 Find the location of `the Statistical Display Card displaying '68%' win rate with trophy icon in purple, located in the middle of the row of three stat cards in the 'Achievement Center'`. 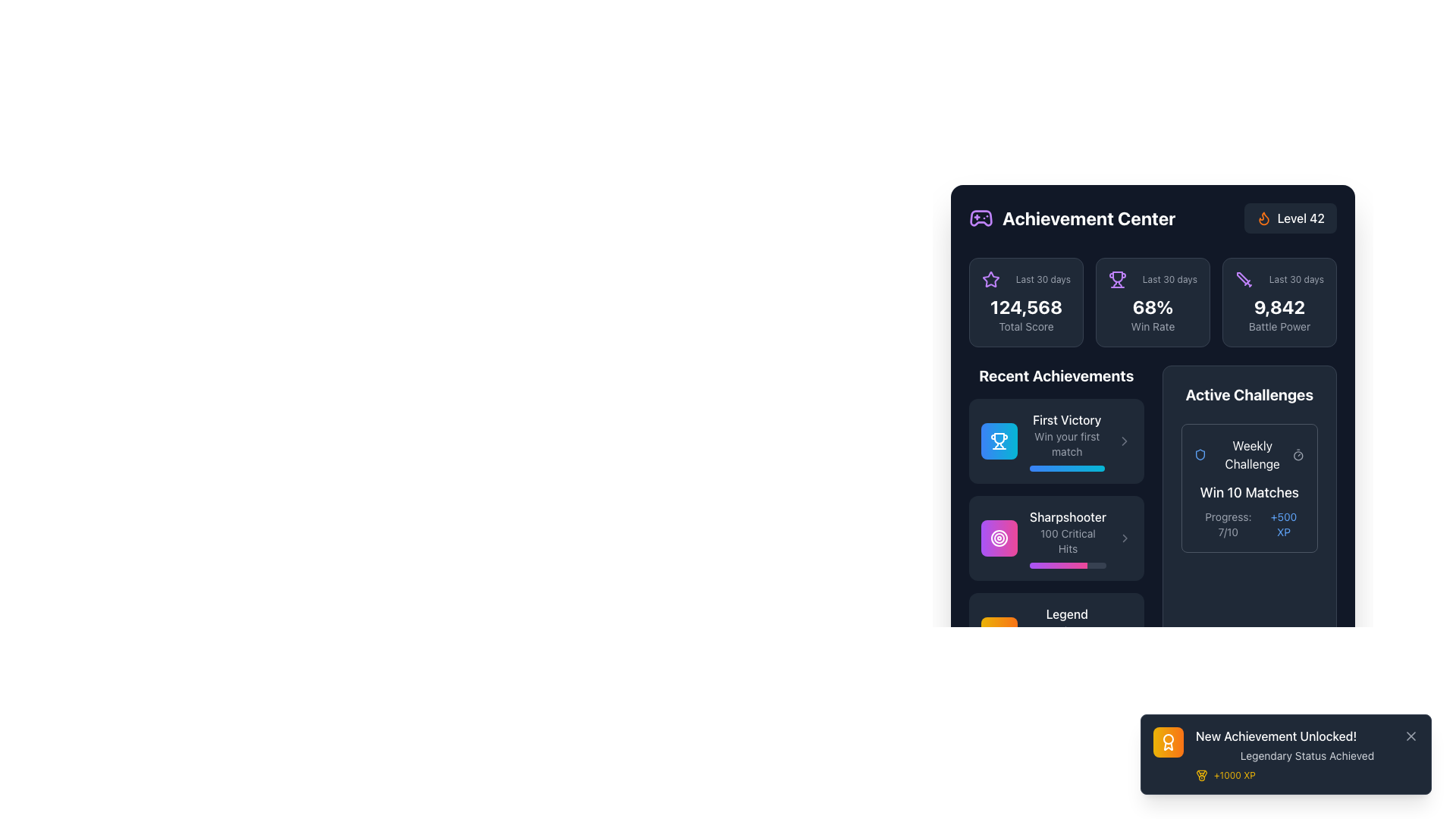

the Statistical Display Card displaying '68%' win rate with trophy icon in purple, located in the middle of the row of three stat cards in the 'Achievement Center' is located at coordinates (1153, 302).